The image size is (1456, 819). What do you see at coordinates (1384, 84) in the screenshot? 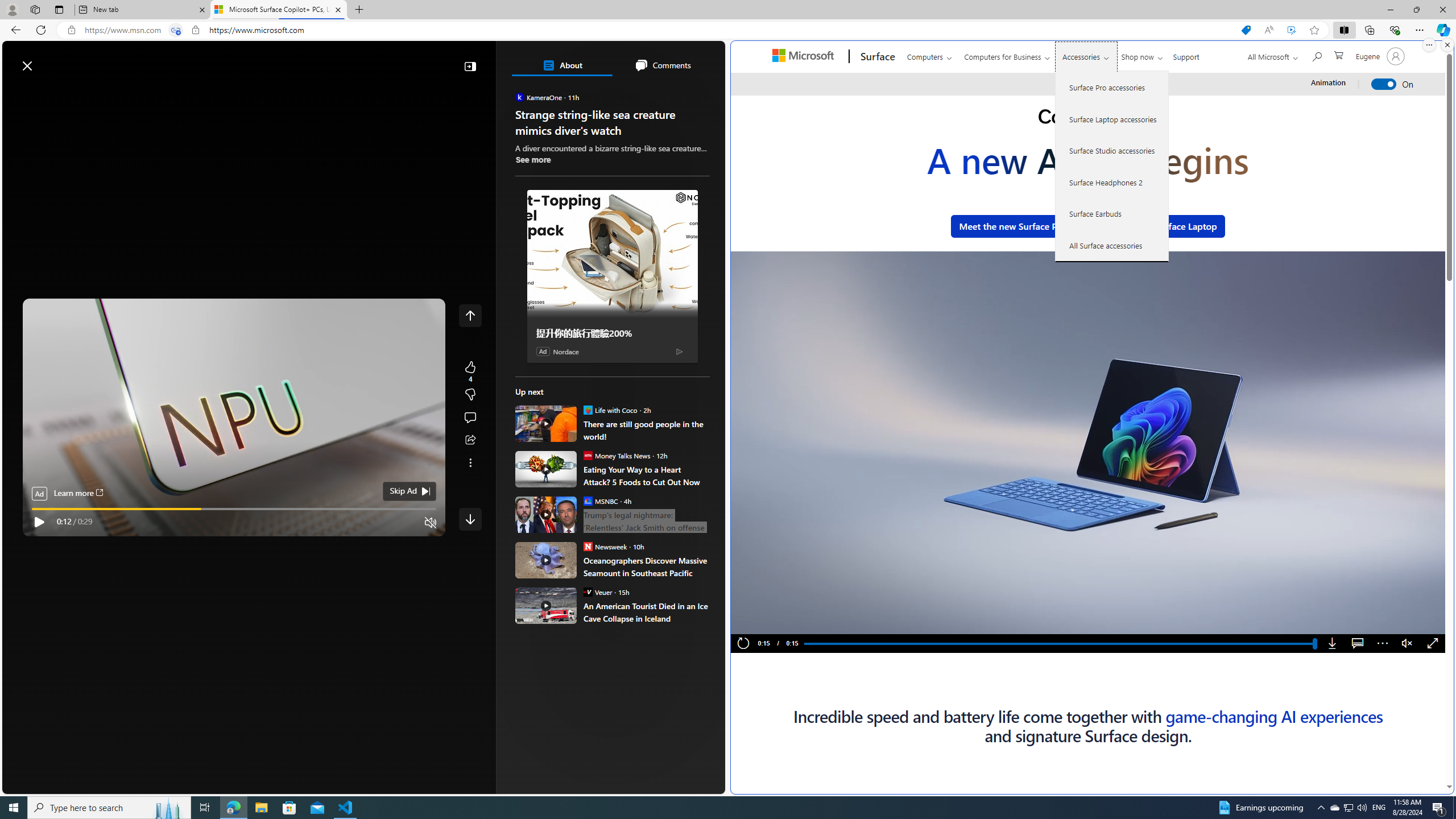
I see `'Animation On'` at bounding box center [1384, 84].